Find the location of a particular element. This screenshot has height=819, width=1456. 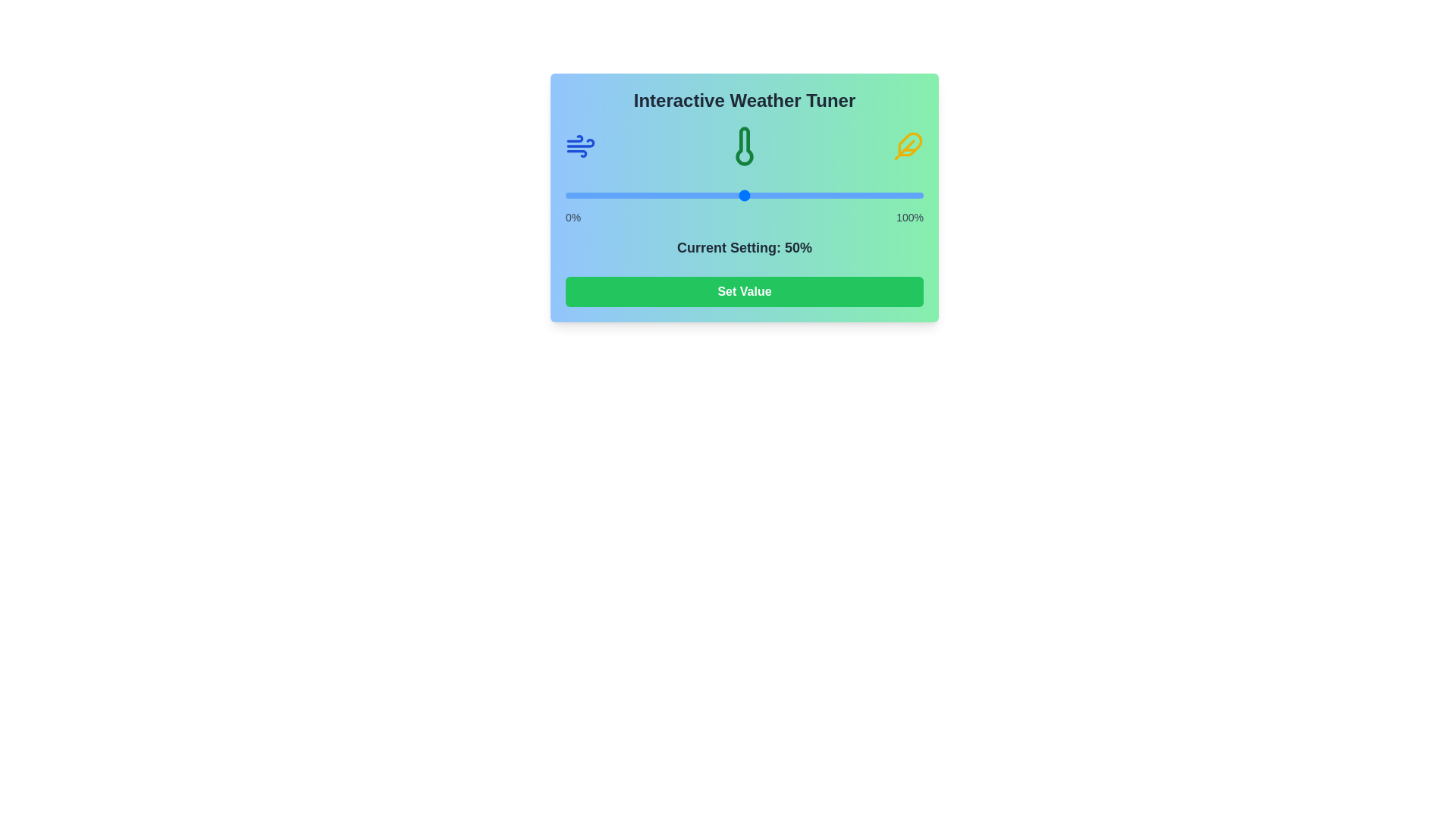

the slider to set its value to 32% is located at coordinates (679, 195).